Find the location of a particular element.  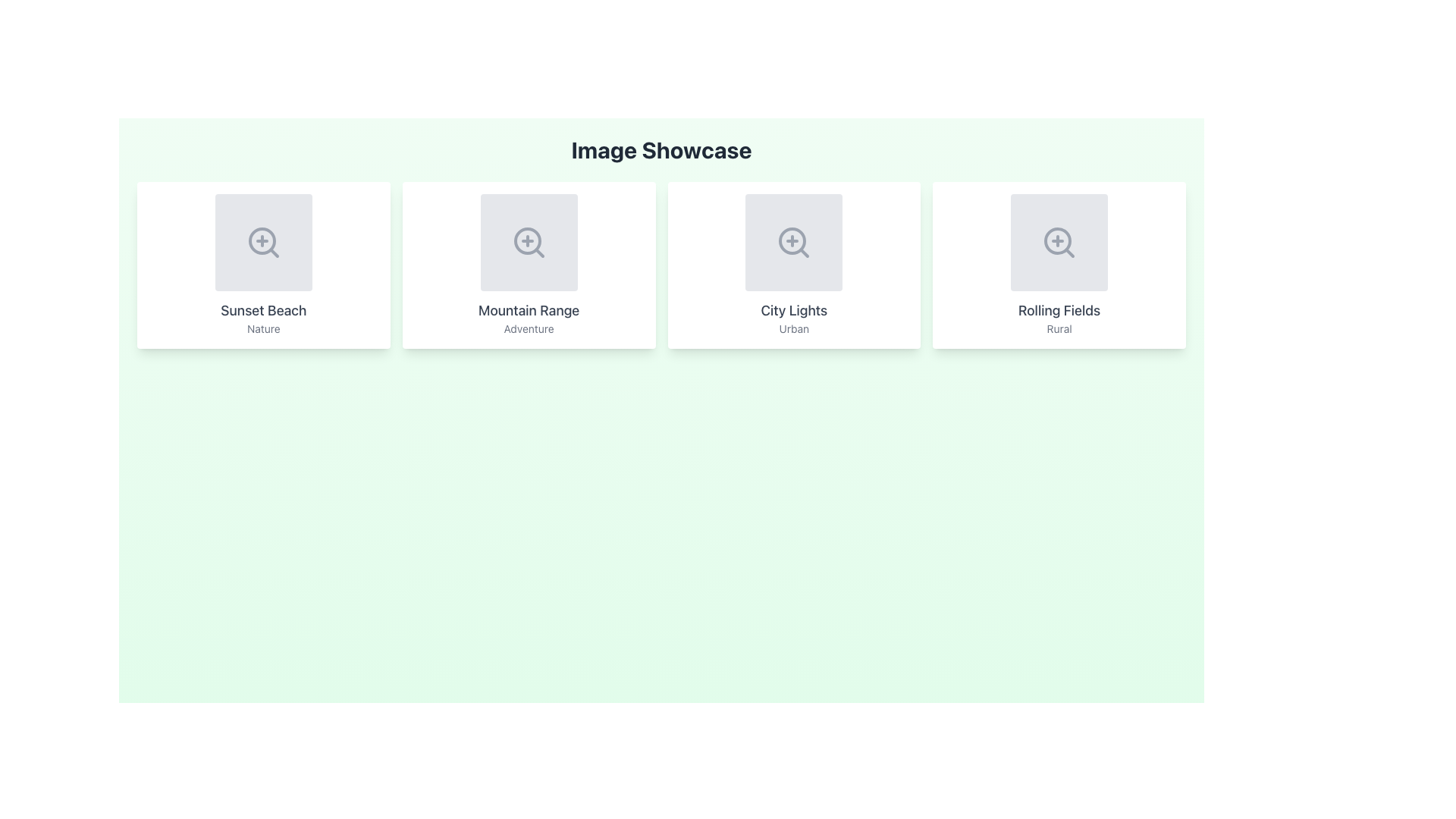

the decorative line element of the zoom-in icon located above the 'City Lights' title in the third card of the 'Image Showcase' is located at coordinates (803, 252).